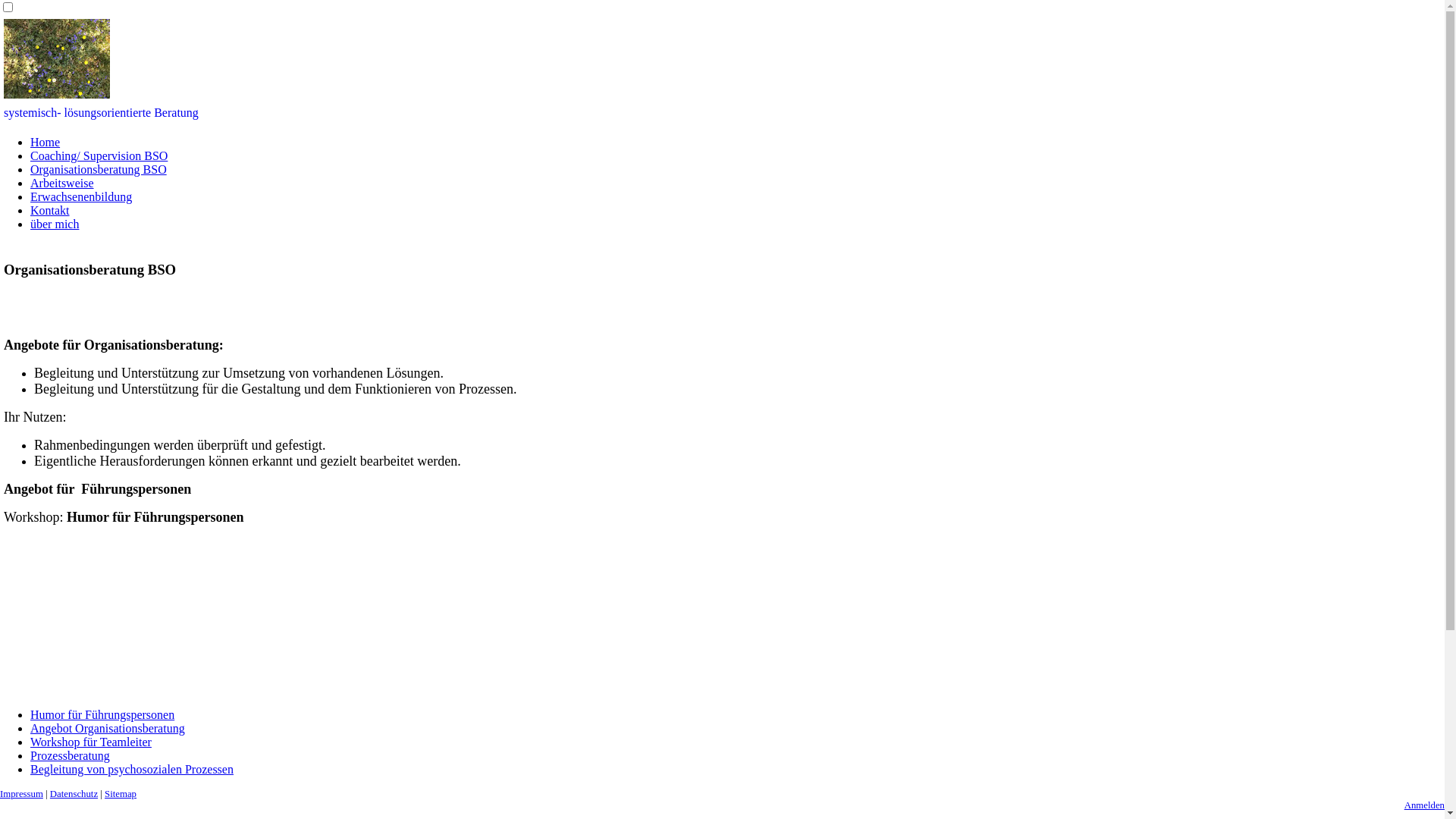 Image resolution: width=1456 pixels, height=819 pixels. What do you see at coordinates (98, 155) in the screenshot?
I see `'Coaching/ Supervision BSO'` at bounding box center [98, 155].